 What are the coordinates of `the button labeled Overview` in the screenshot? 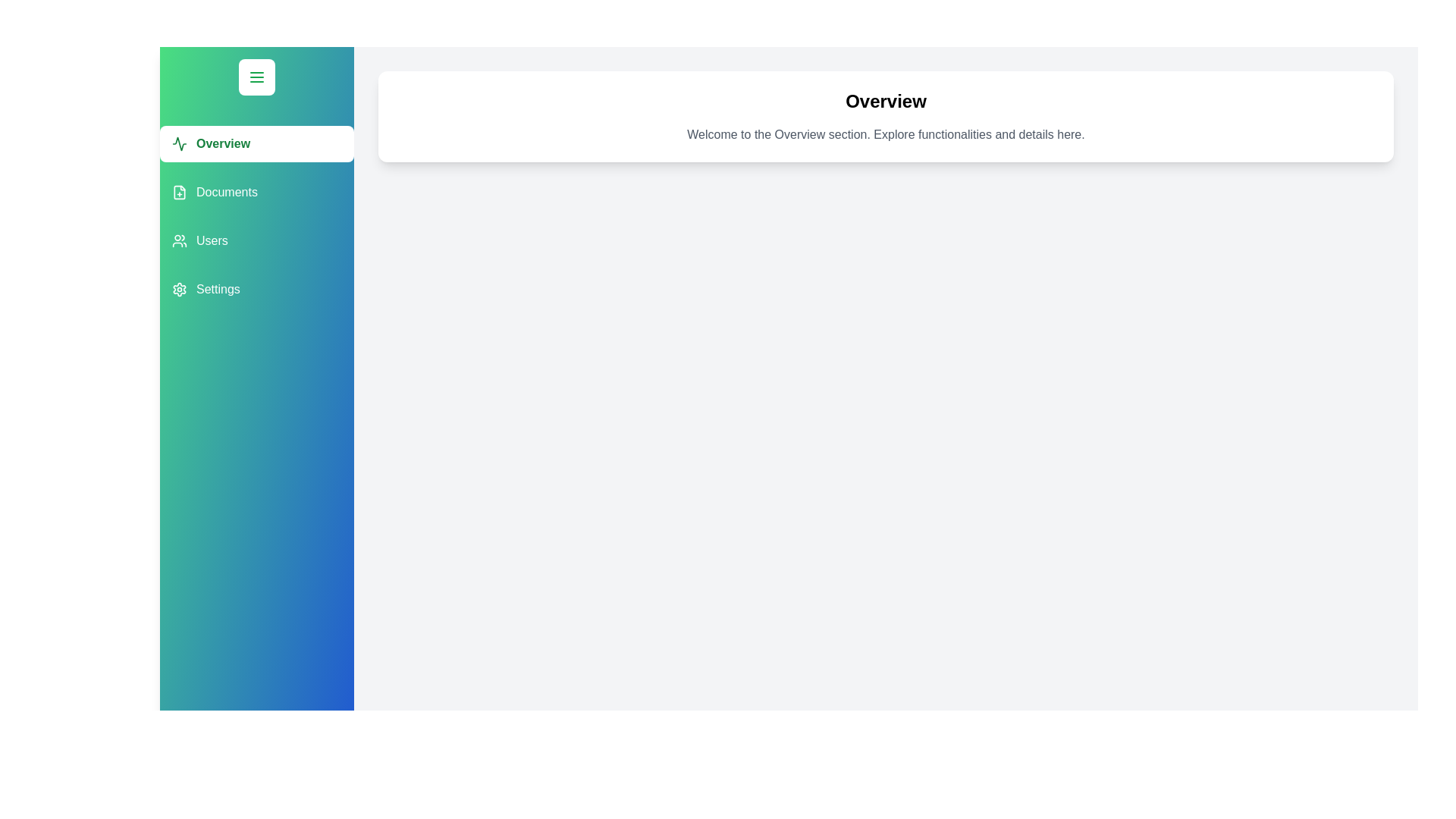 It's located at (257, 143).